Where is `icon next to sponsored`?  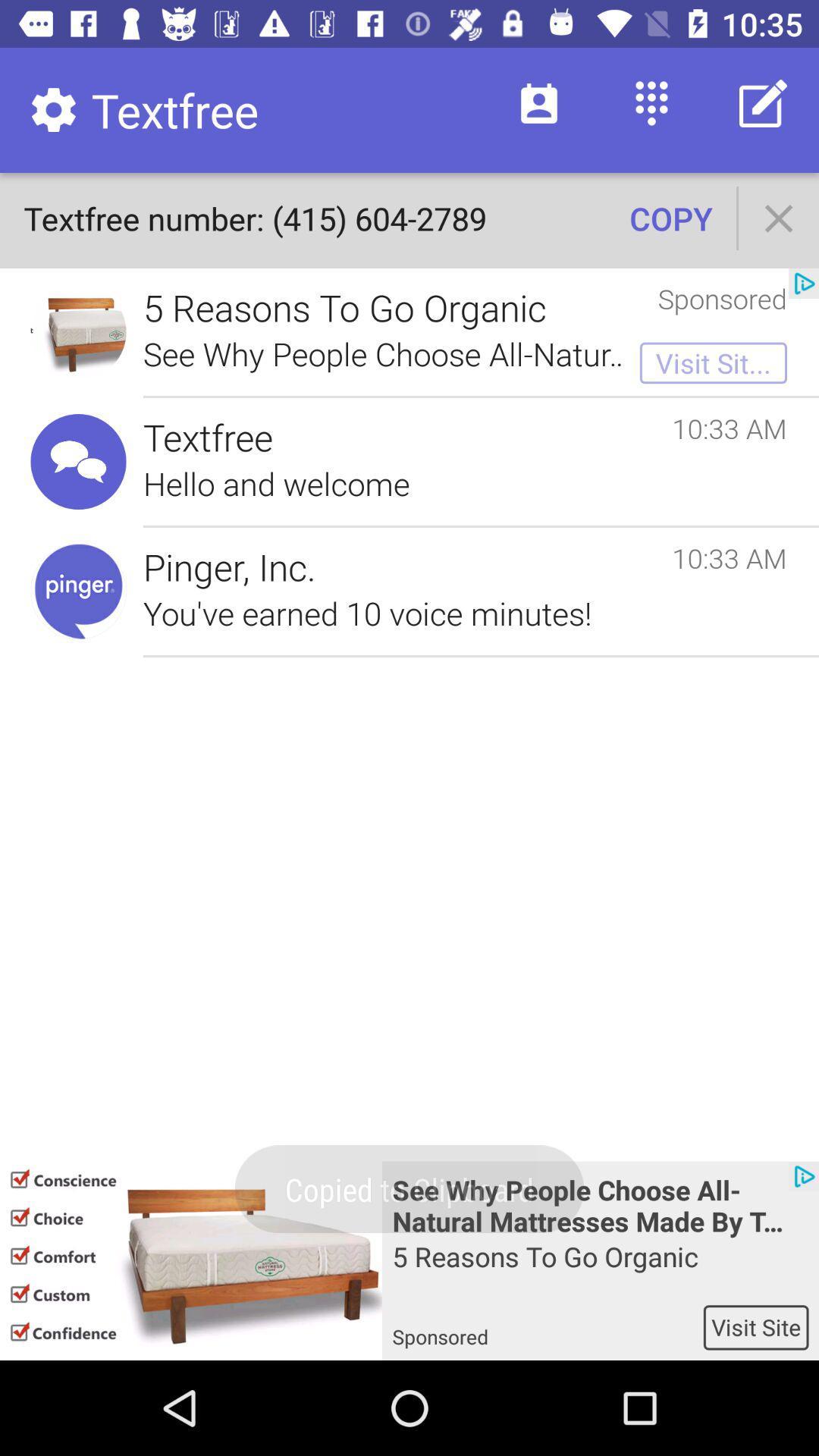 icon next to sponsored is located at coordinates (803, 284).